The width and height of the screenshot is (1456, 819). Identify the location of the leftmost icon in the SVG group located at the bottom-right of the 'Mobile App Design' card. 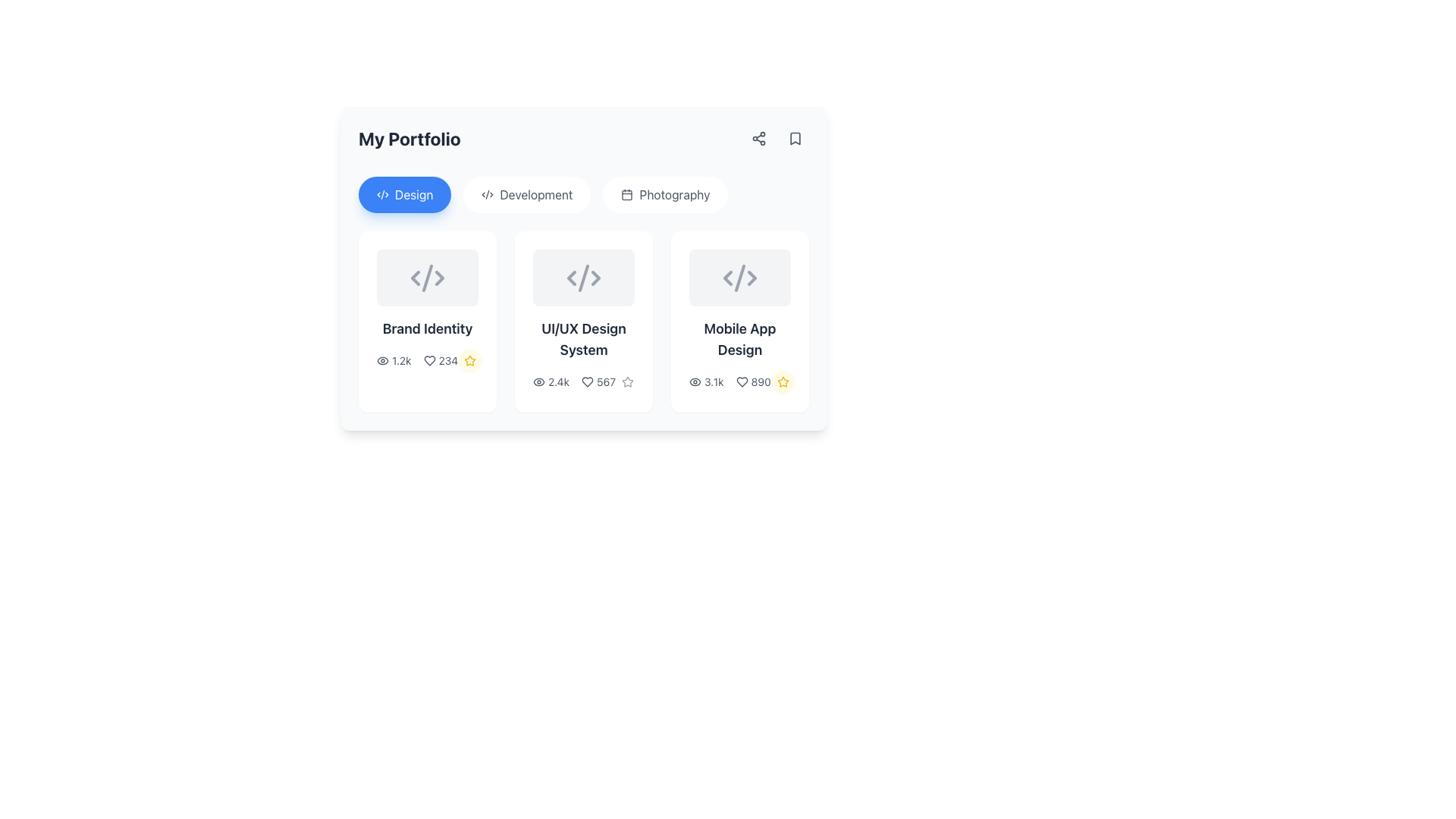
(728, 278).